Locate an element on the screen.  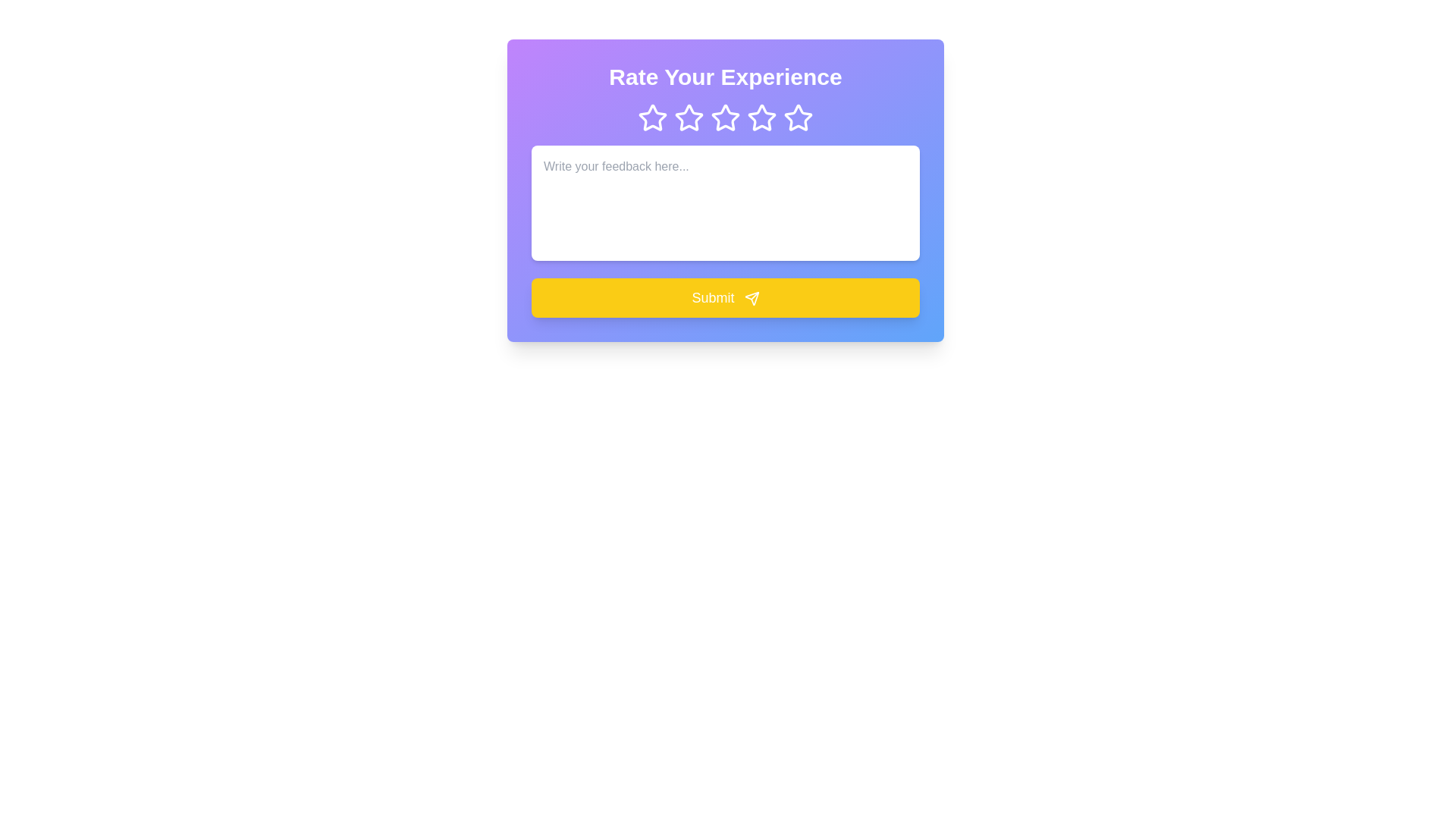
paper plane SVG icon within the 'Submit' button for accessibility purposes is located at coordinates (752, 299).